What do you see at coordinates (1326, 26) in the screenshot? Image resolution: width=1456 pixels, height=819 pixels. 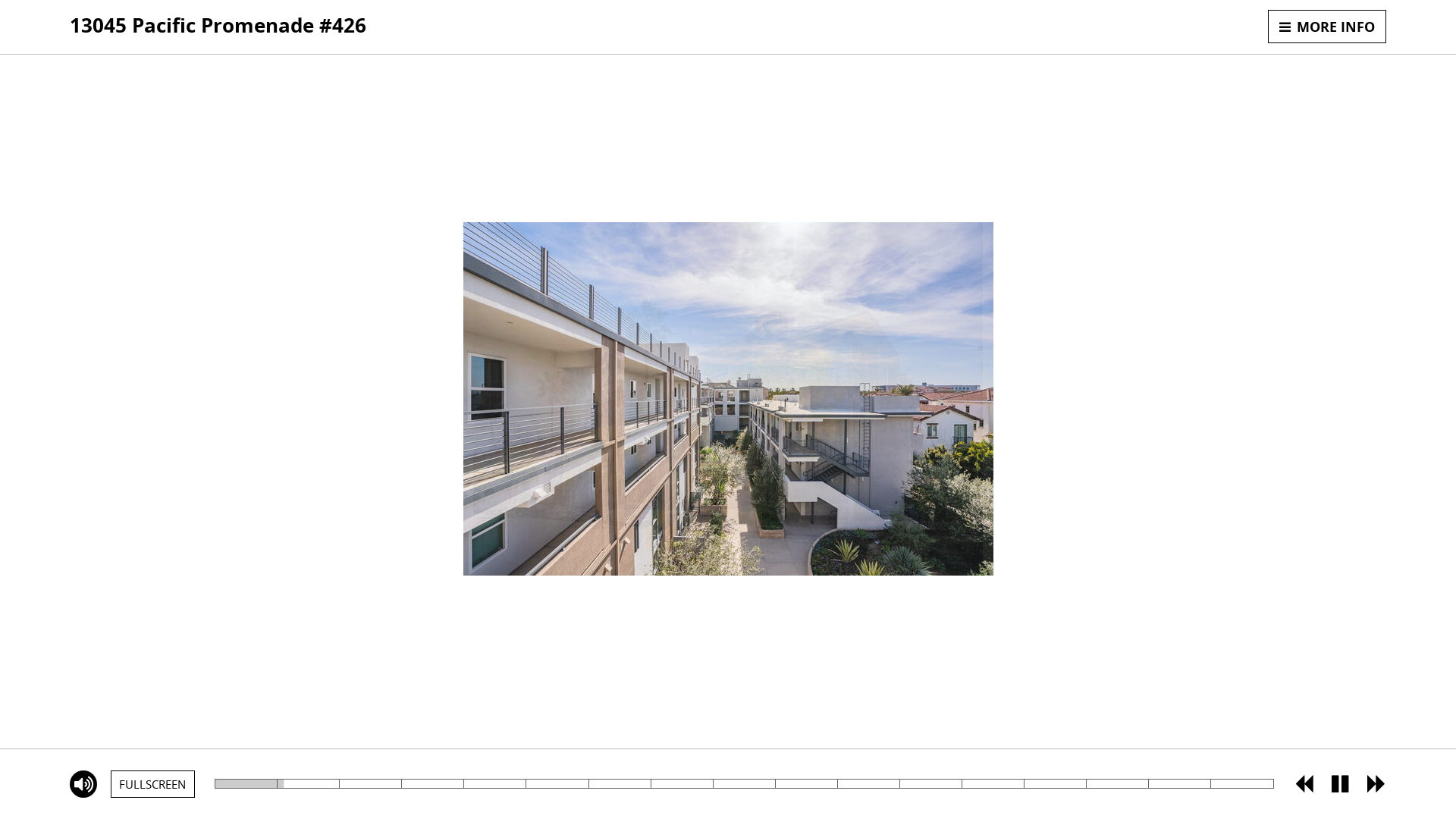 I see `'MORE INFO'` at bounding box center [1326, 26].